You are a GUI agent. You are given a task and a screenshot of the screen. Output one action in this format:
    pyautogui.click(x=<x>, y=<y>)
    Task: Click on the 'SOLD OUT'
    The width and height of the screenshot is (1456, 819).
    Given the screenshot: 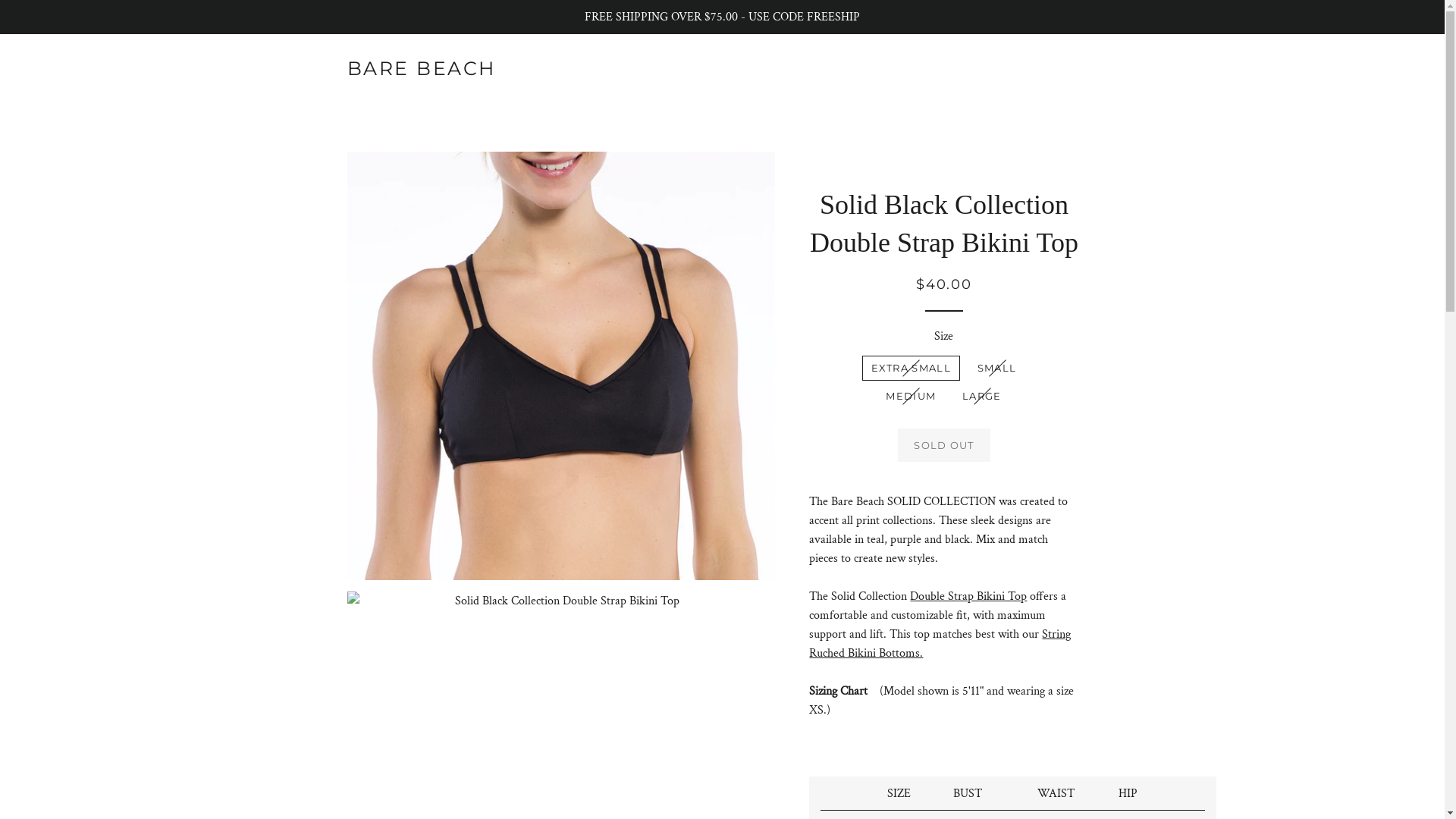 What is the action you would take?
    pyautogui.click(x=898, y=444)
    